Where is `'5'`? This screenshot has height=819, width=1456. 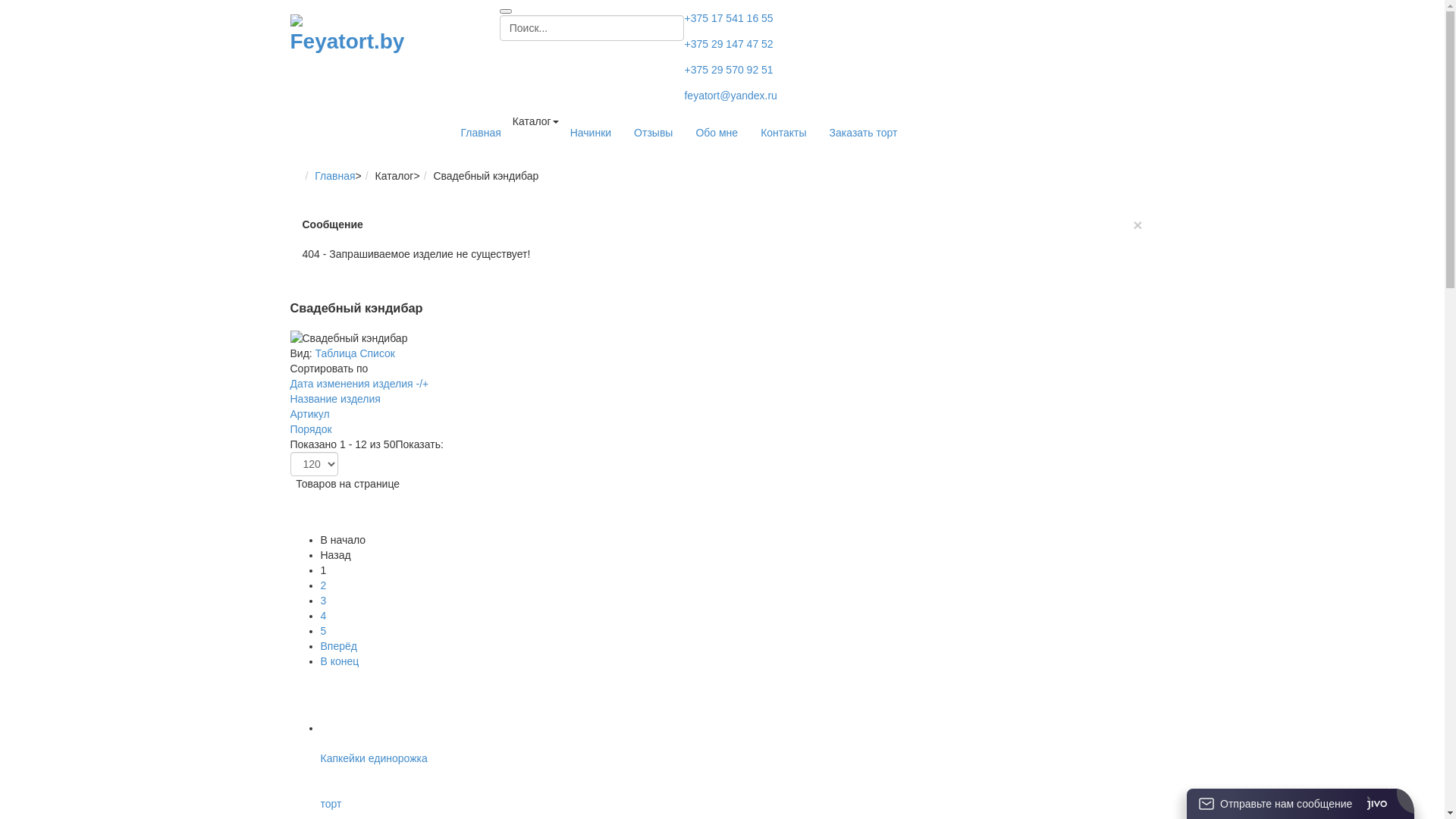 '5' is located at coordinates (322, 631).